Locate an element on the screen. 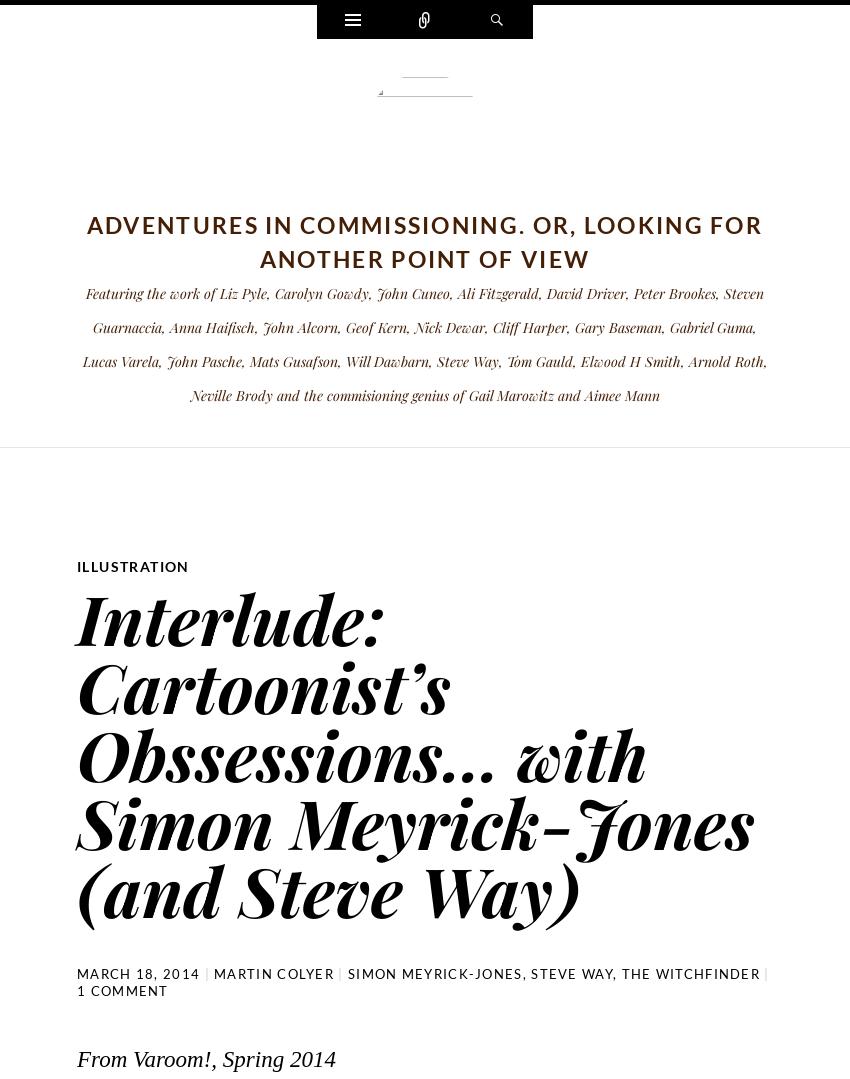 This screenshot has width=850, height=1079. 'Simon Meyrick-Jones' is located at coordinates (433, 972).